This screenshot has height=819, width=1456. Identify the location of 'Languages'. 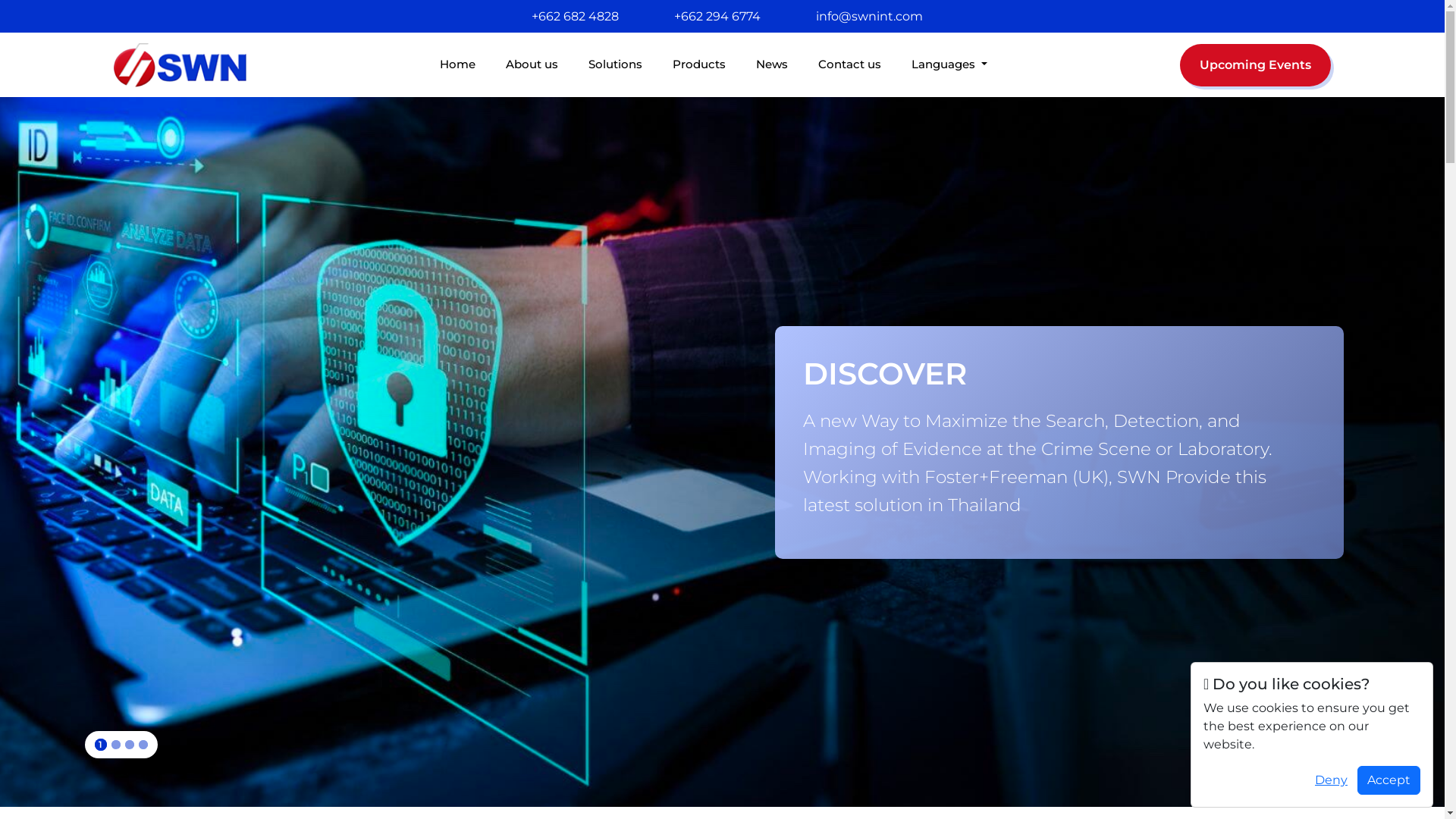
(949, 64).